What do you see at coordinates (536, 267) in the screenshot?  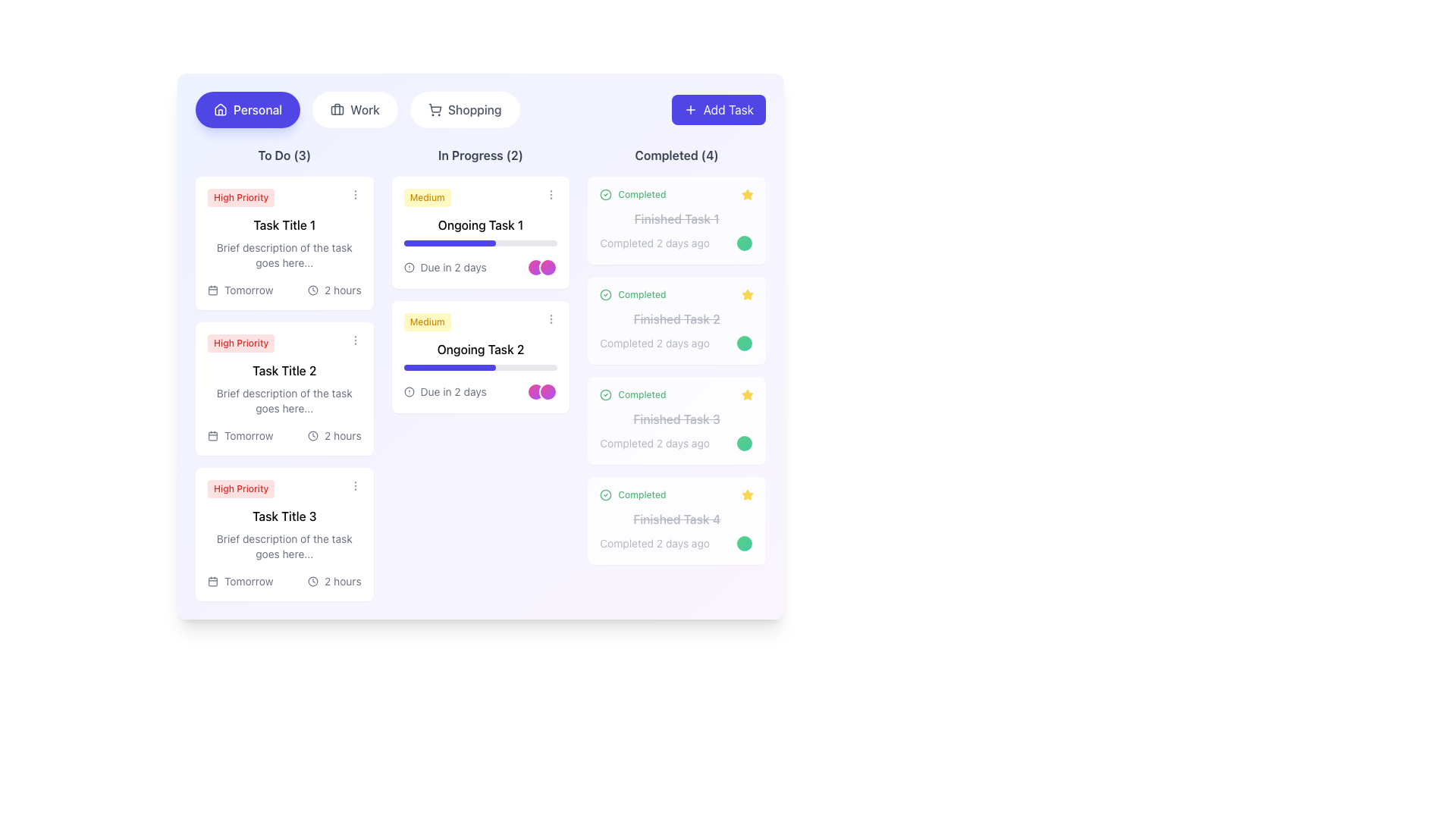 I see `the small, circular icon with a gradient fill transitioning from pink to purple, located within the 'In Progress' task card labeled 'Ongoing Task 1'` at bounding box center [536, 267].